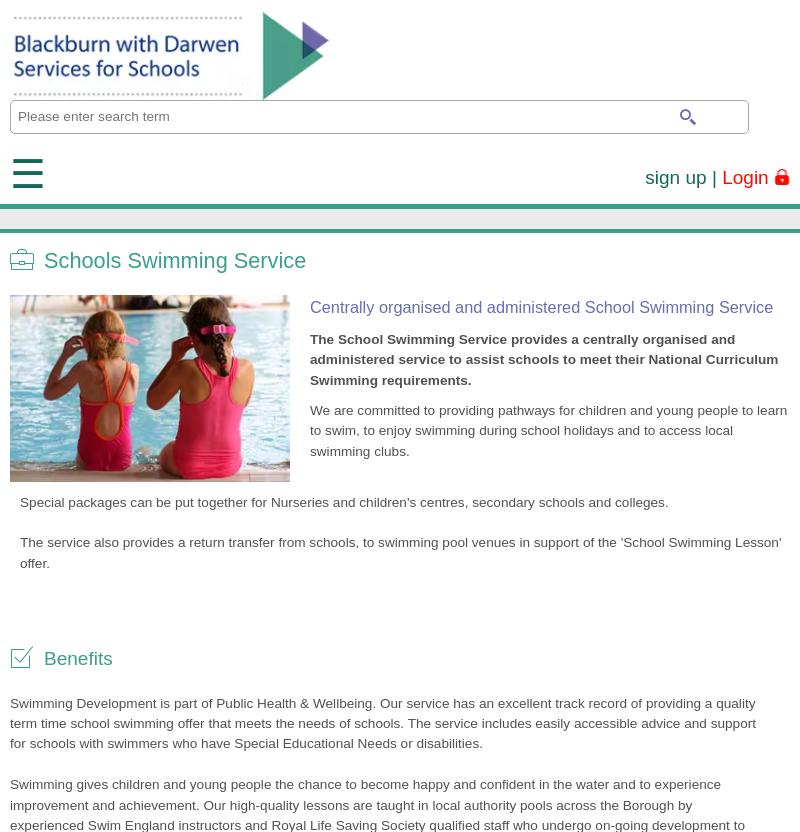  I want to click on 'Claire Birchenough - Blackburn and Darwen Schools', so click(167, 728).